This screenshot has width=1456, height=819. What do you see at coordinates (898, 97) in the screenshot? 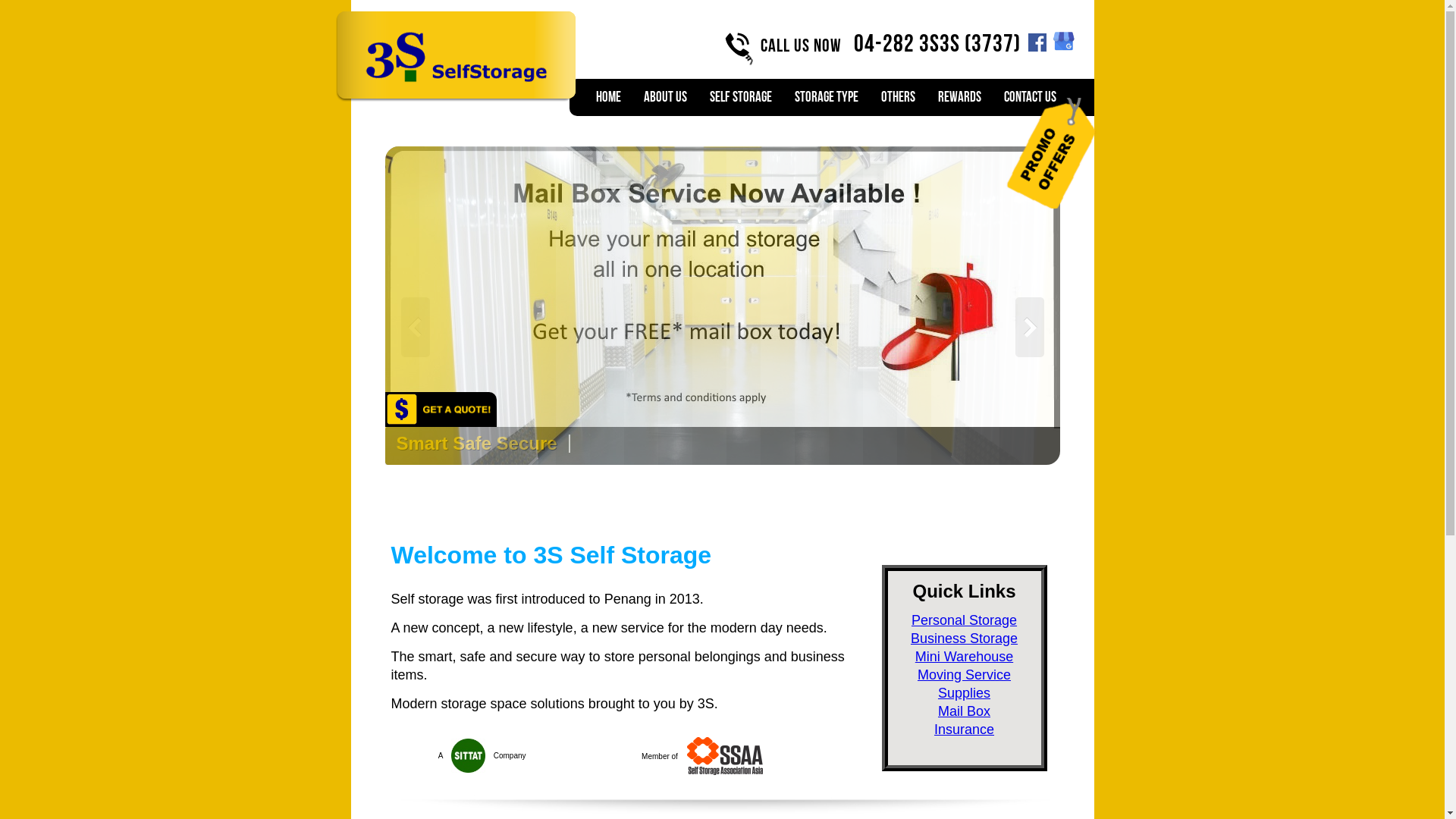
I see `'OTHERS'` at bounding box center [898, 97].